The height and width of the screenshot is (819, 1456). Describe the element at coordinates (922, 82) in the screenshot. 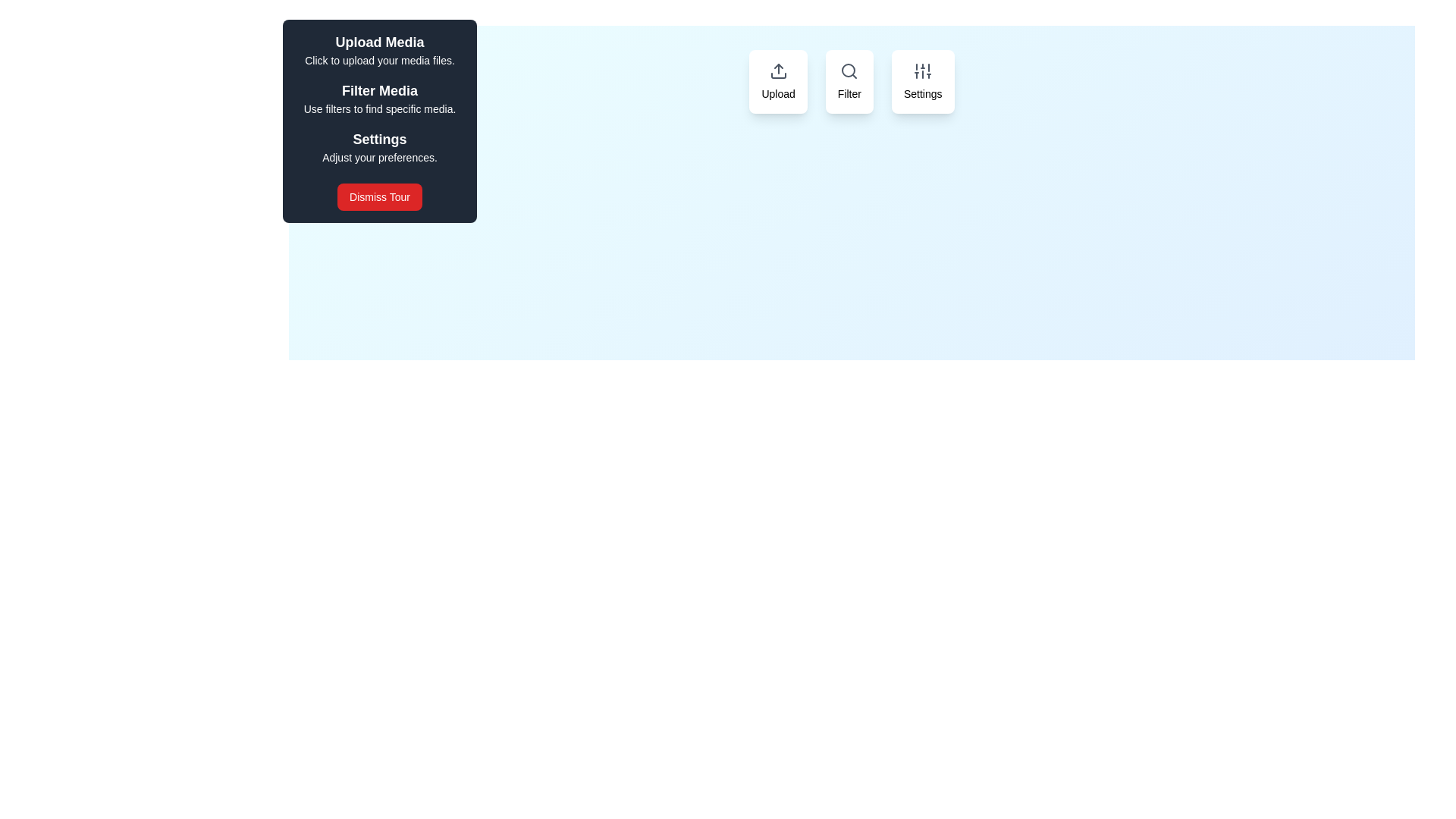

I see `the settings button, which is the third card in a horizontal row of three buttons` at that location.